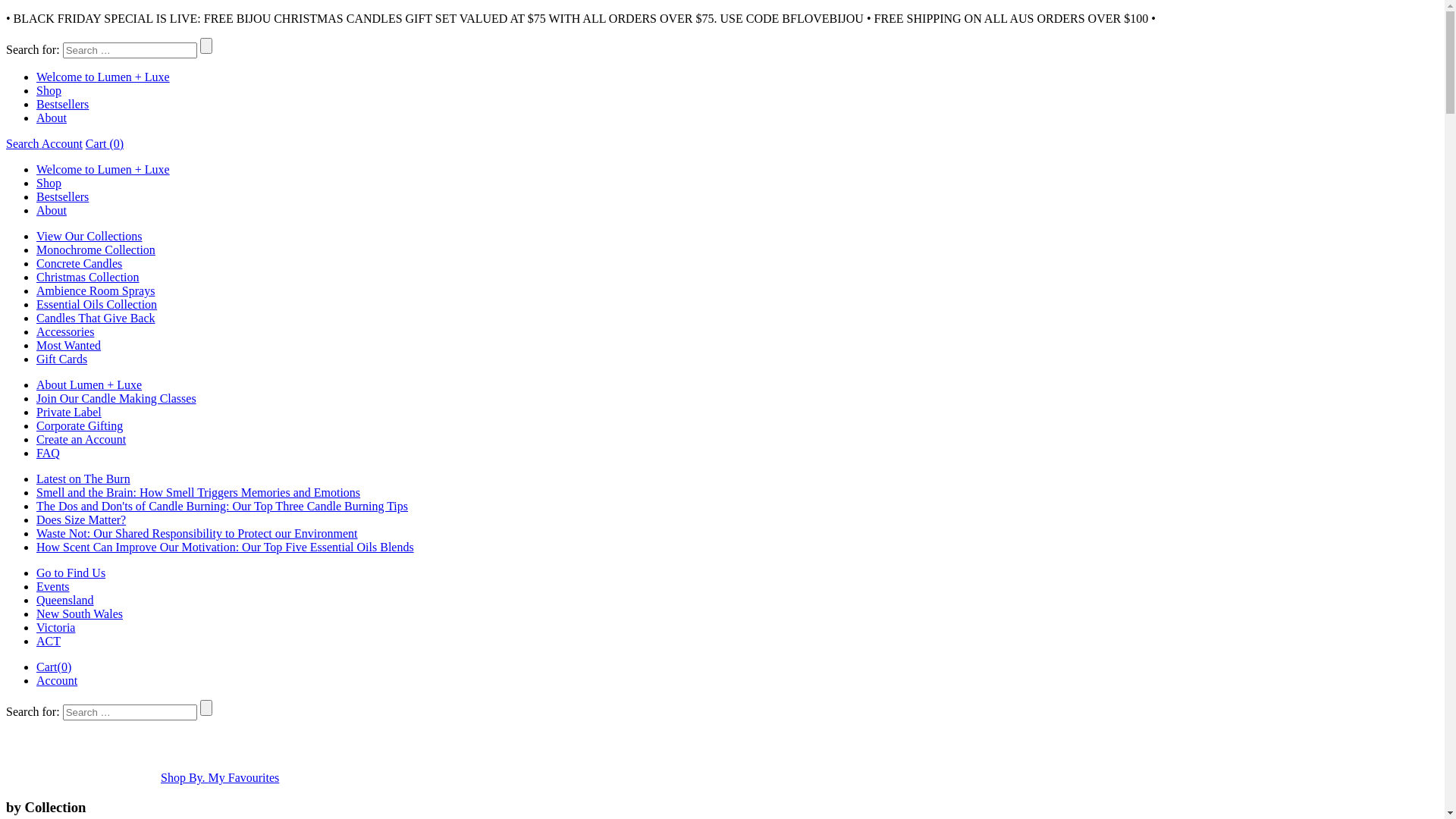 The width and height of the screenshot is (1456, 819). What do you see at coordinates (243, 777) in the screenshot?
I see `'My Favourites'` at bounding box center [243, 777].